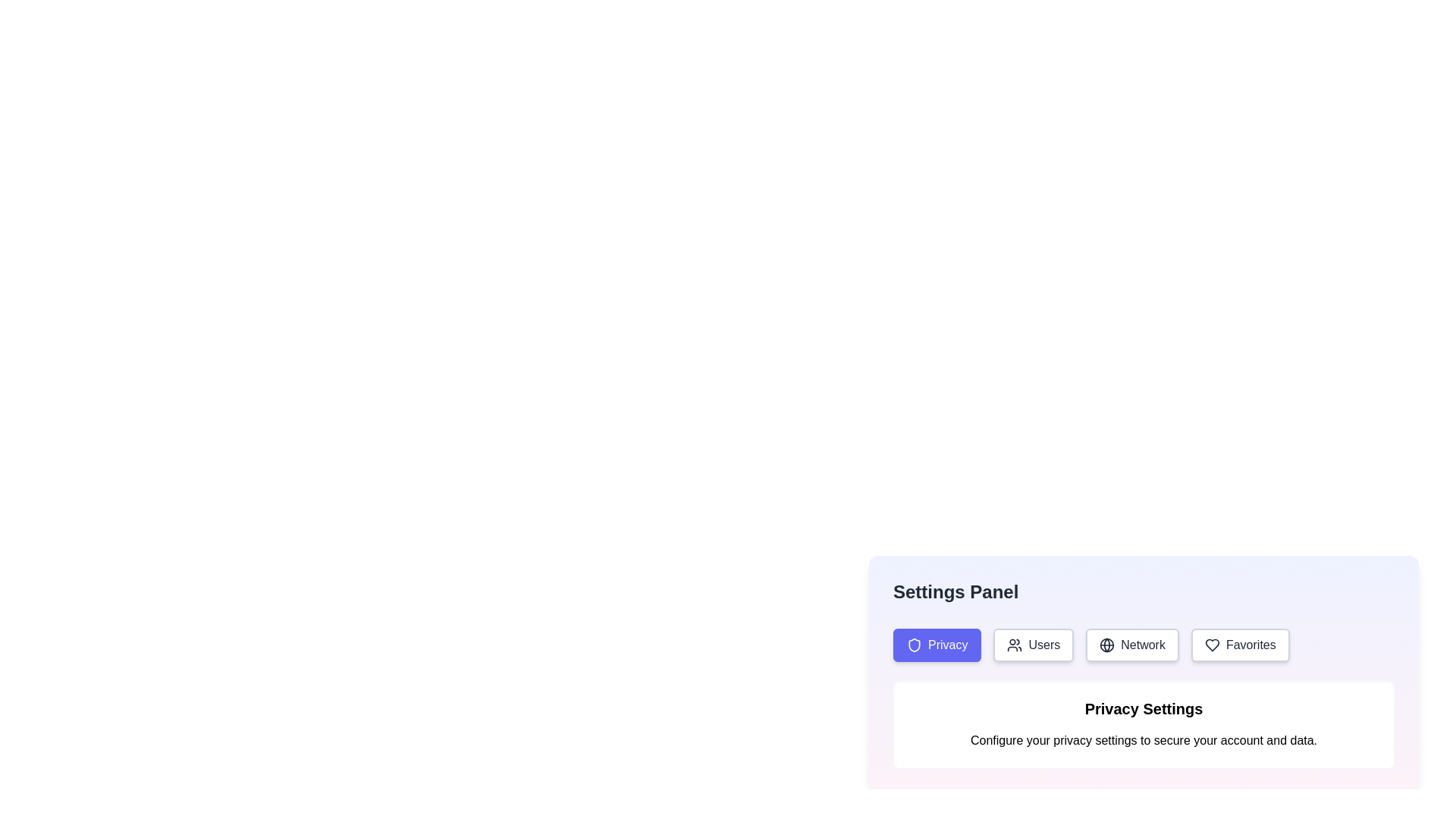 The height and width of the screenshot is (819, 1456). I want to click on the 'Network' button, which has a white background, rounded corners, and a gray border, so click(1132, 645).